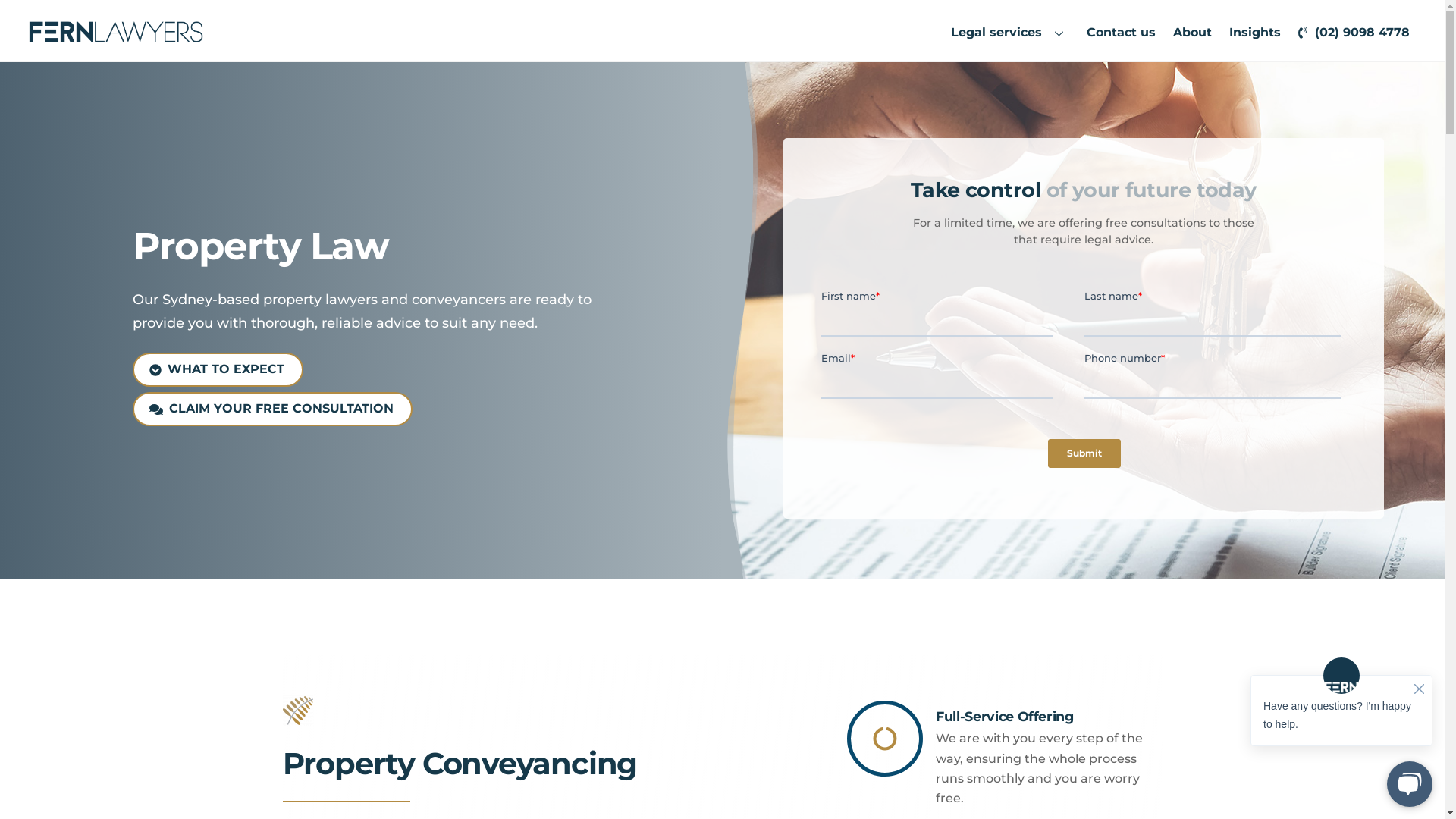  What do you see at coordinates (1121, 32) in the screenshot?
I see `'Contact us'` at bounding box center [1121, 32].